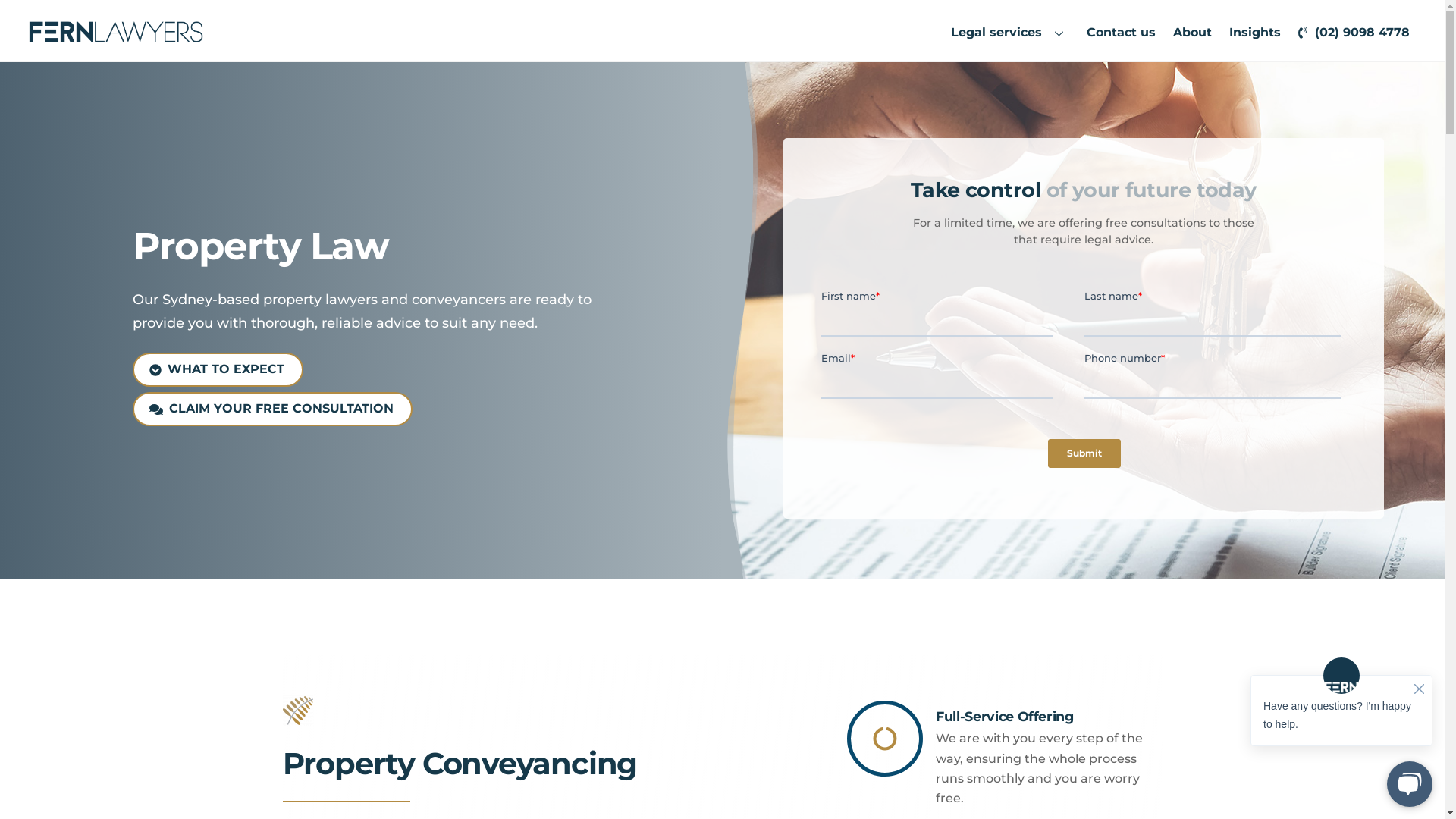  What do you see at coordinates (1121, 32) in the screenshot?
I see `'Contact us'` at bounding box center [1121, 32].